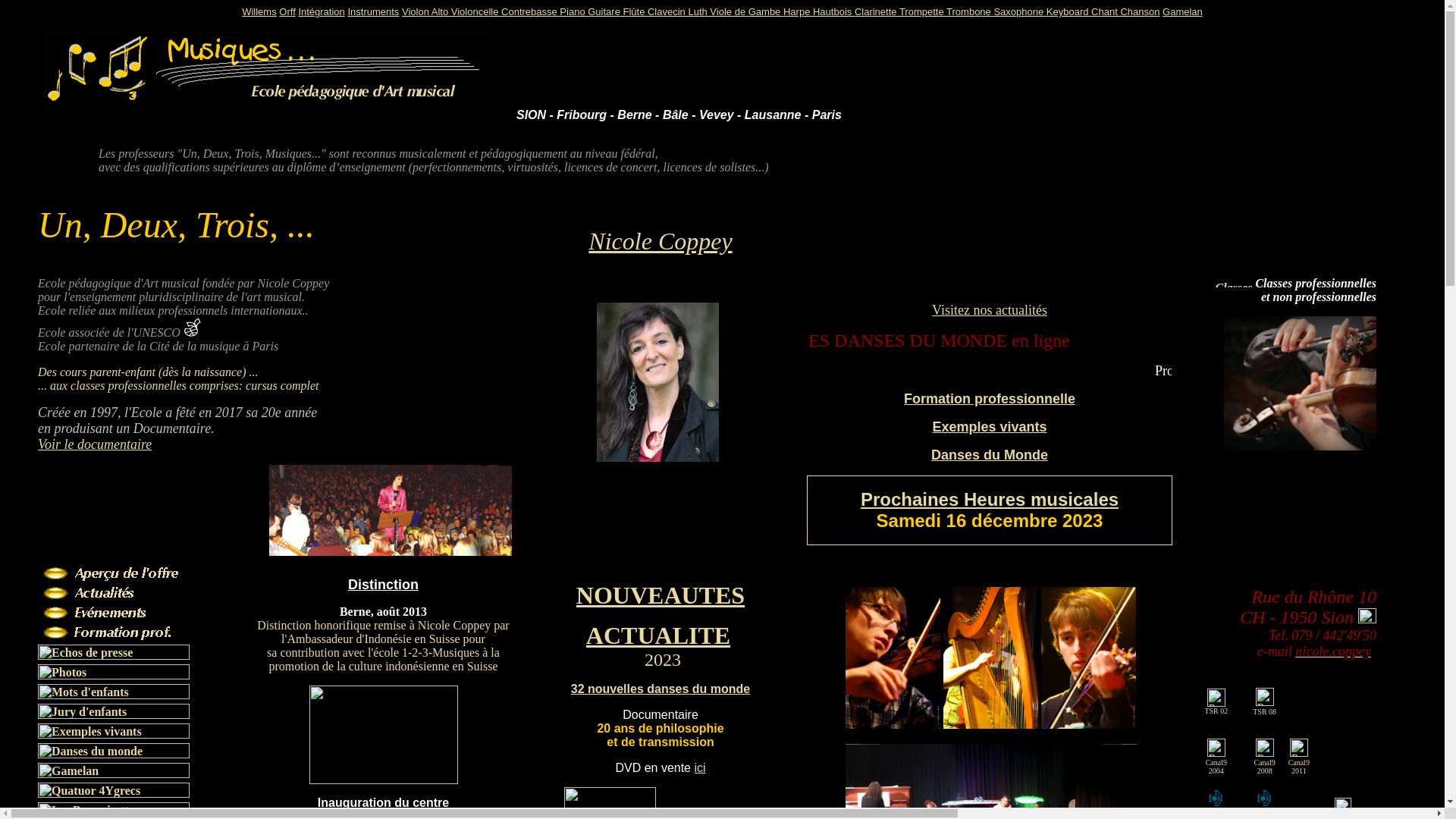 The width and height of the screenshot is (1456, 819). I want to click on 'nicole.coppey', so click(1332, 651).